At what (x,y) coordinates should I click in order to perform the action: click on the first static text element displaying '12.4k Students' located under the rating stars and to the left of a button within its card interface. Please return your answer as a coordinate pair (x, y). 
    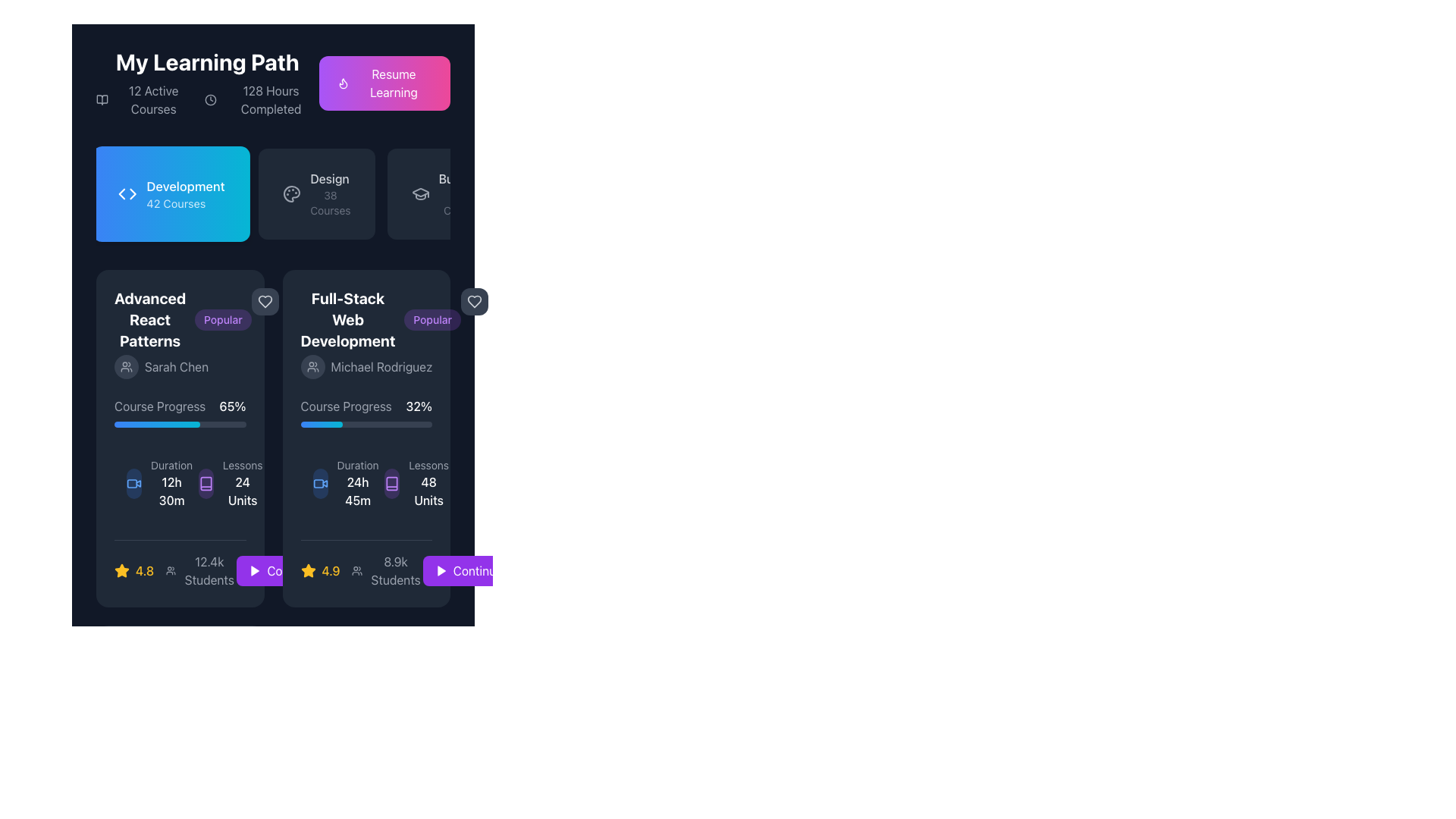
    Looking at the image, I should click on (209, 570).